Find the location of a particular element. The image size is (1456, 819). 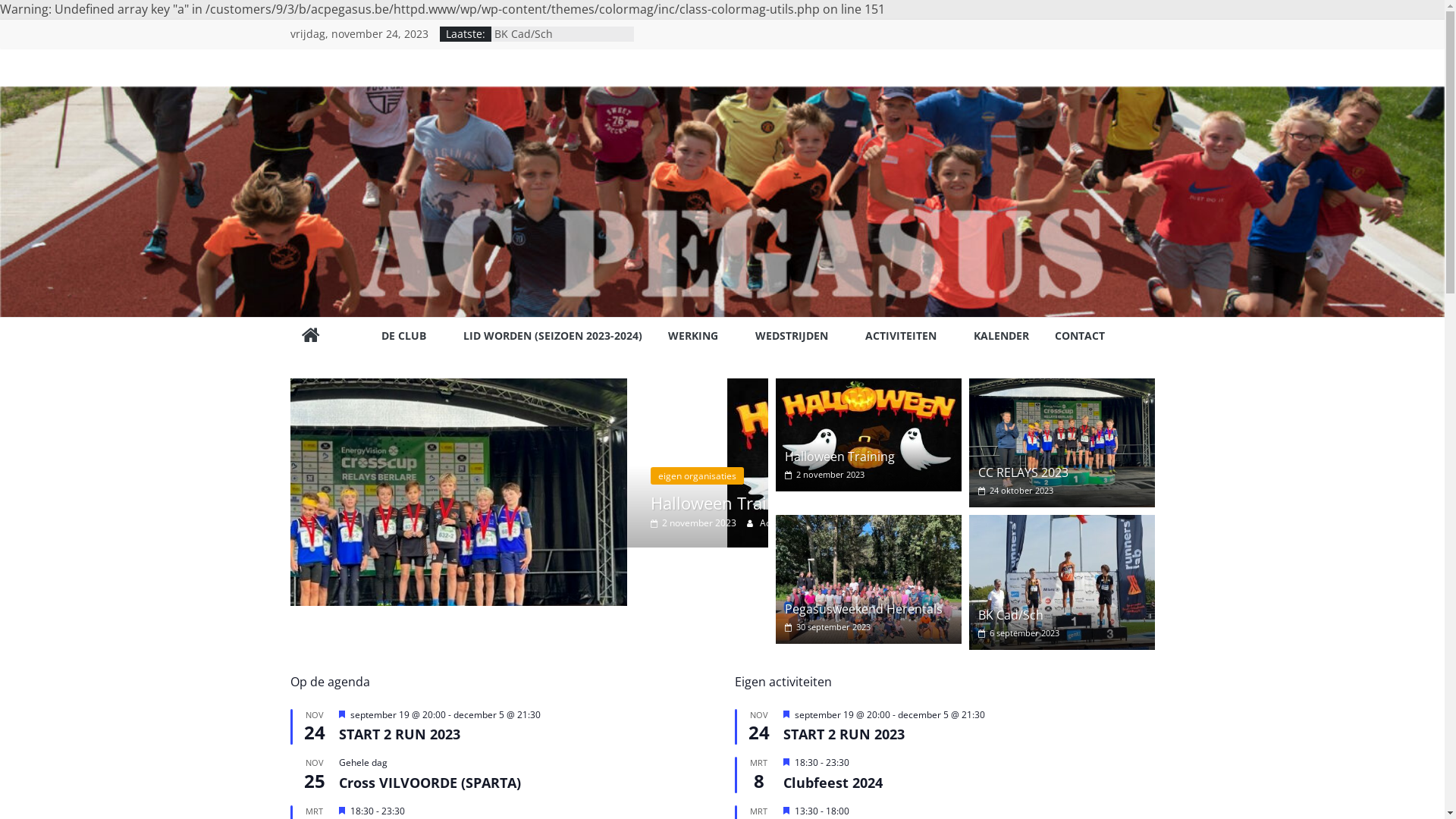

'30 september 2023' is located at coordinates (827, 626).